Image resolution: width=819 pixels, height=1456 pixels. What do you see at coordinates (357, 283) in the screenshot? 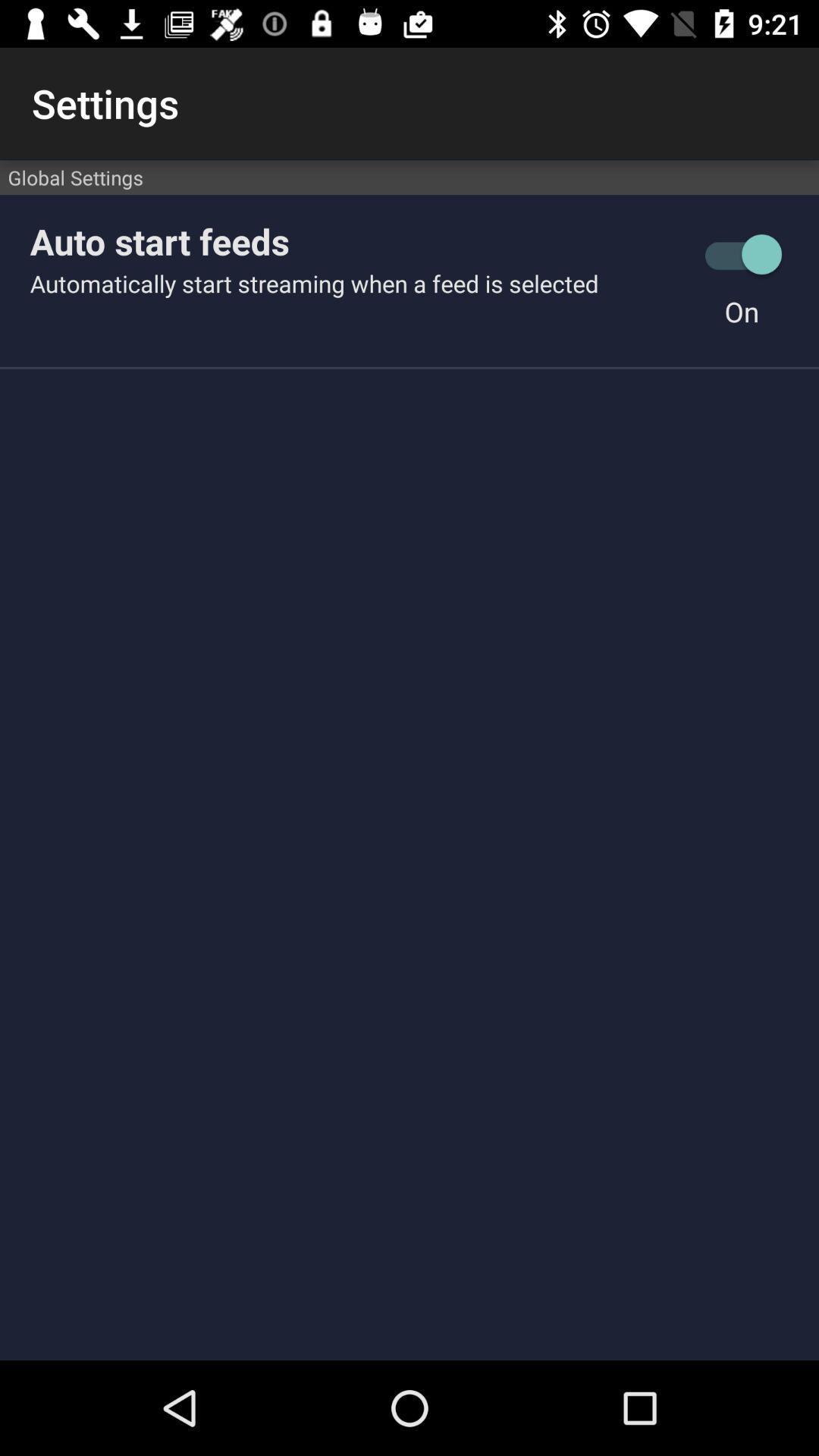
I see `automatically start streaming item` at bounding box center [357, 283].